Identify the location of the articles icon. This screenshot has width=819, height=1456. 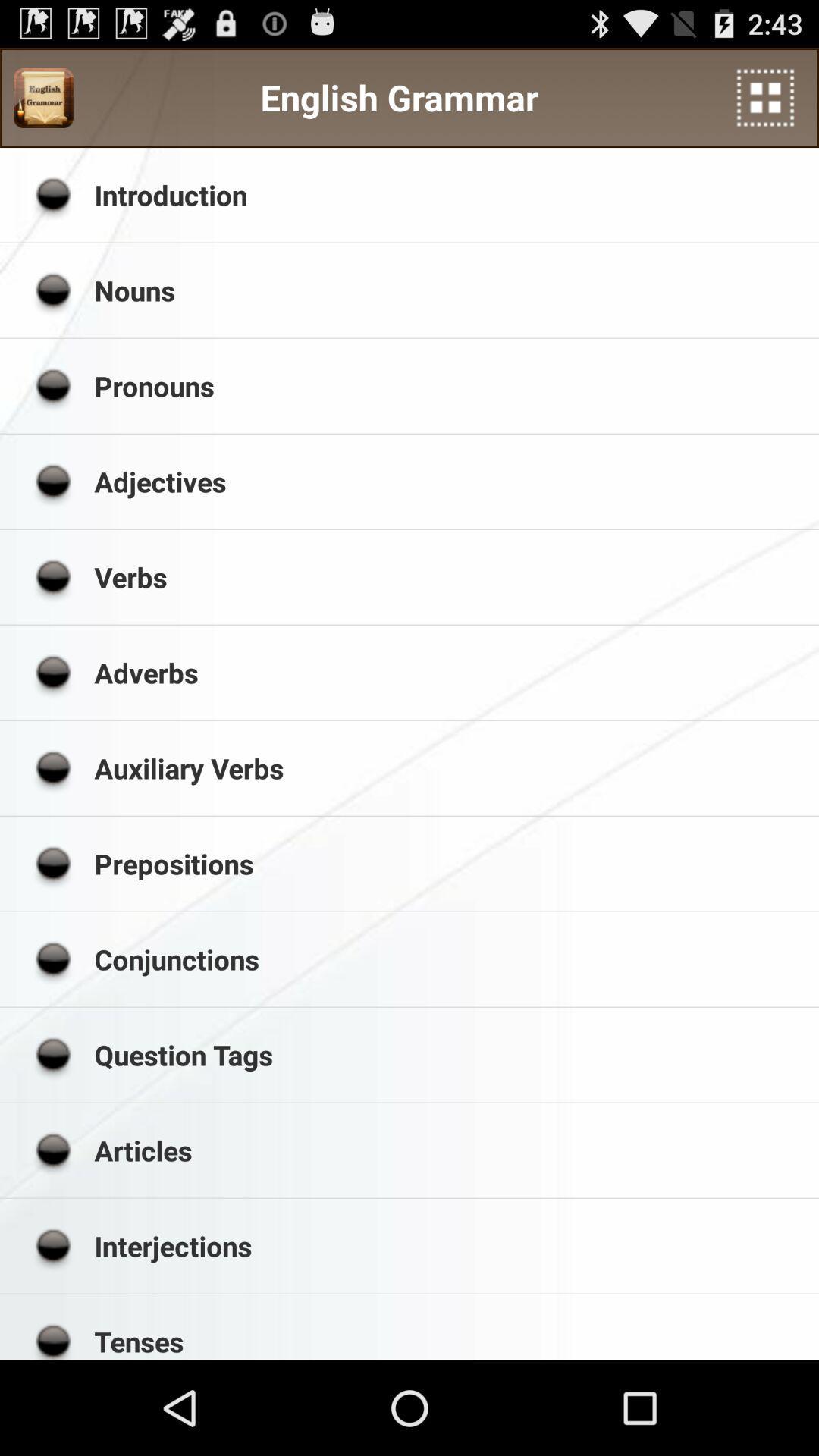
(450, 1150).